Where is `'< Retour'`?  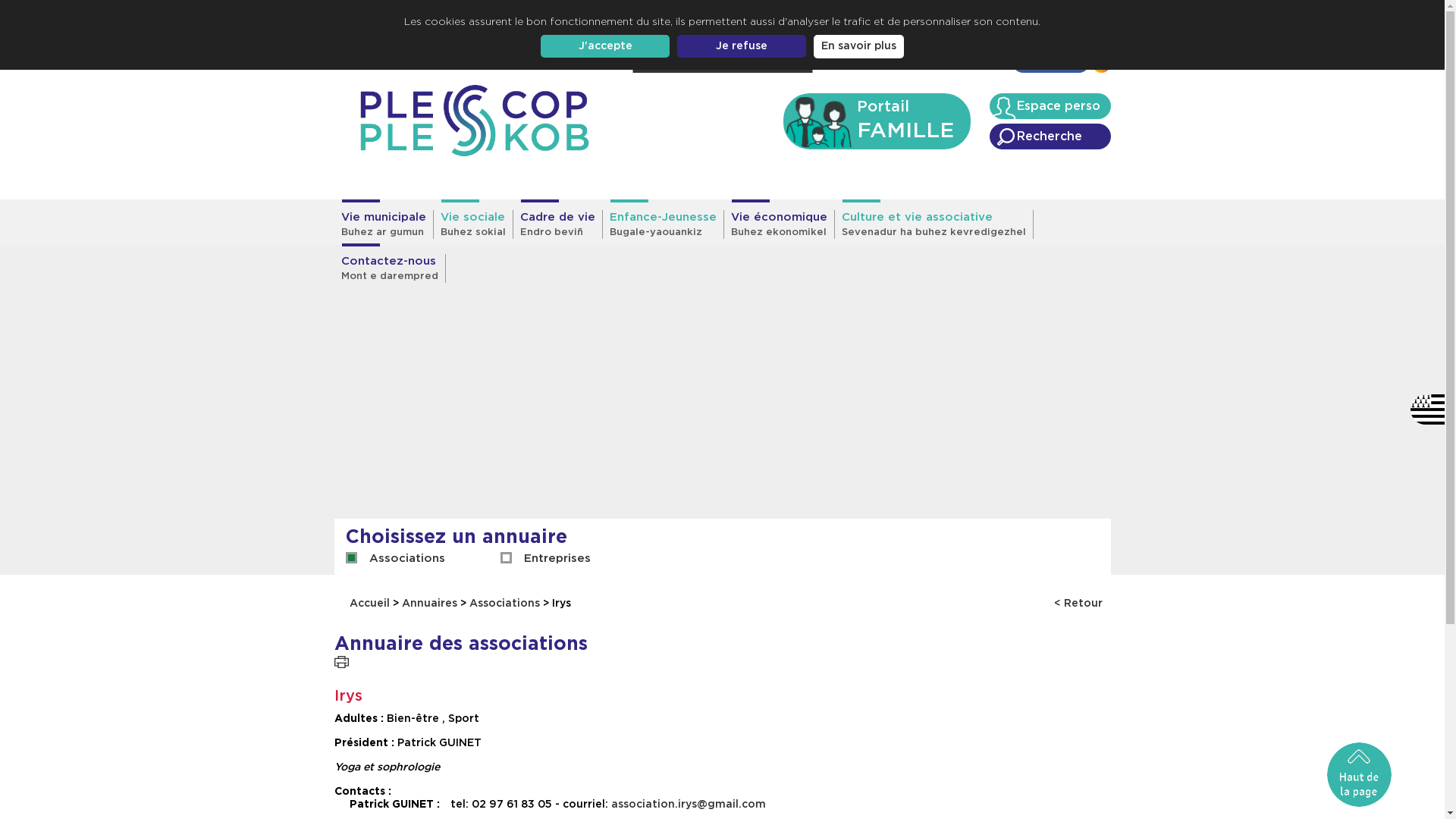 '< Retour' is located at coordinates (1077, 603).